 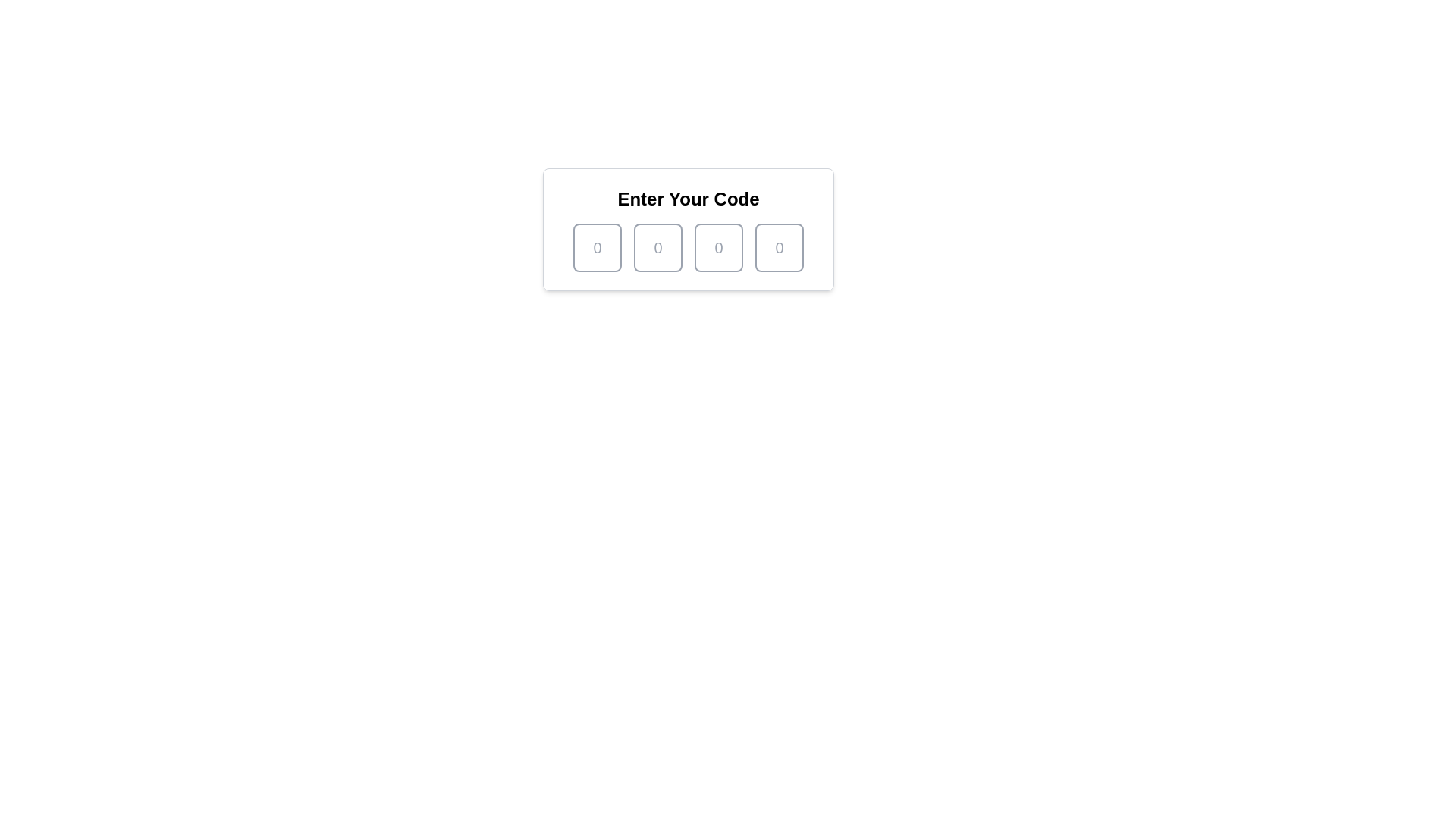 I want to click on the fourth text input box with a grey border and white background to focus the input, so click(x=779, y=247).